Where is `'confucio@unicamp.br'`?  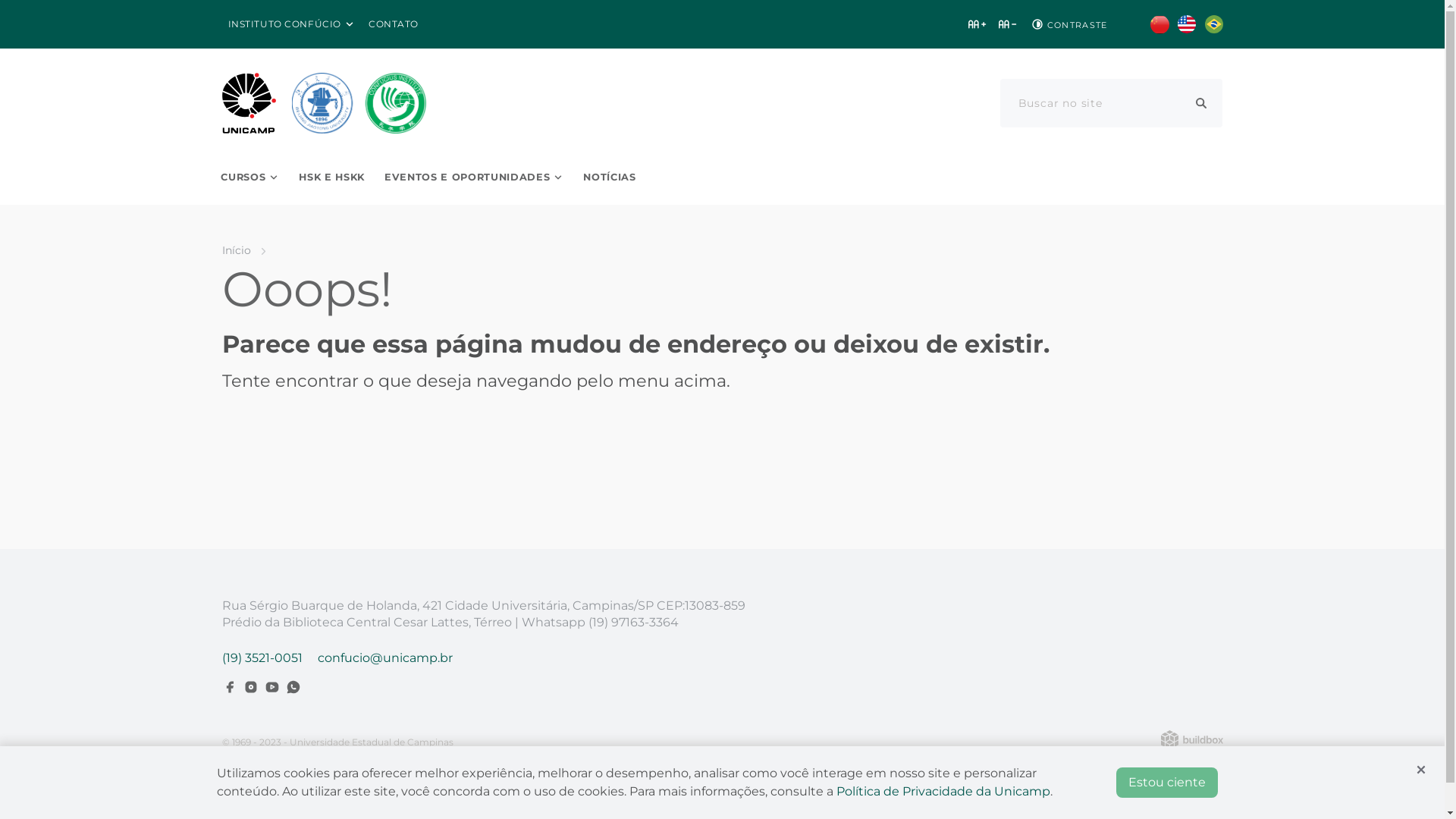
'confucio@unicamp.br' is located at coordinates (315, 657).